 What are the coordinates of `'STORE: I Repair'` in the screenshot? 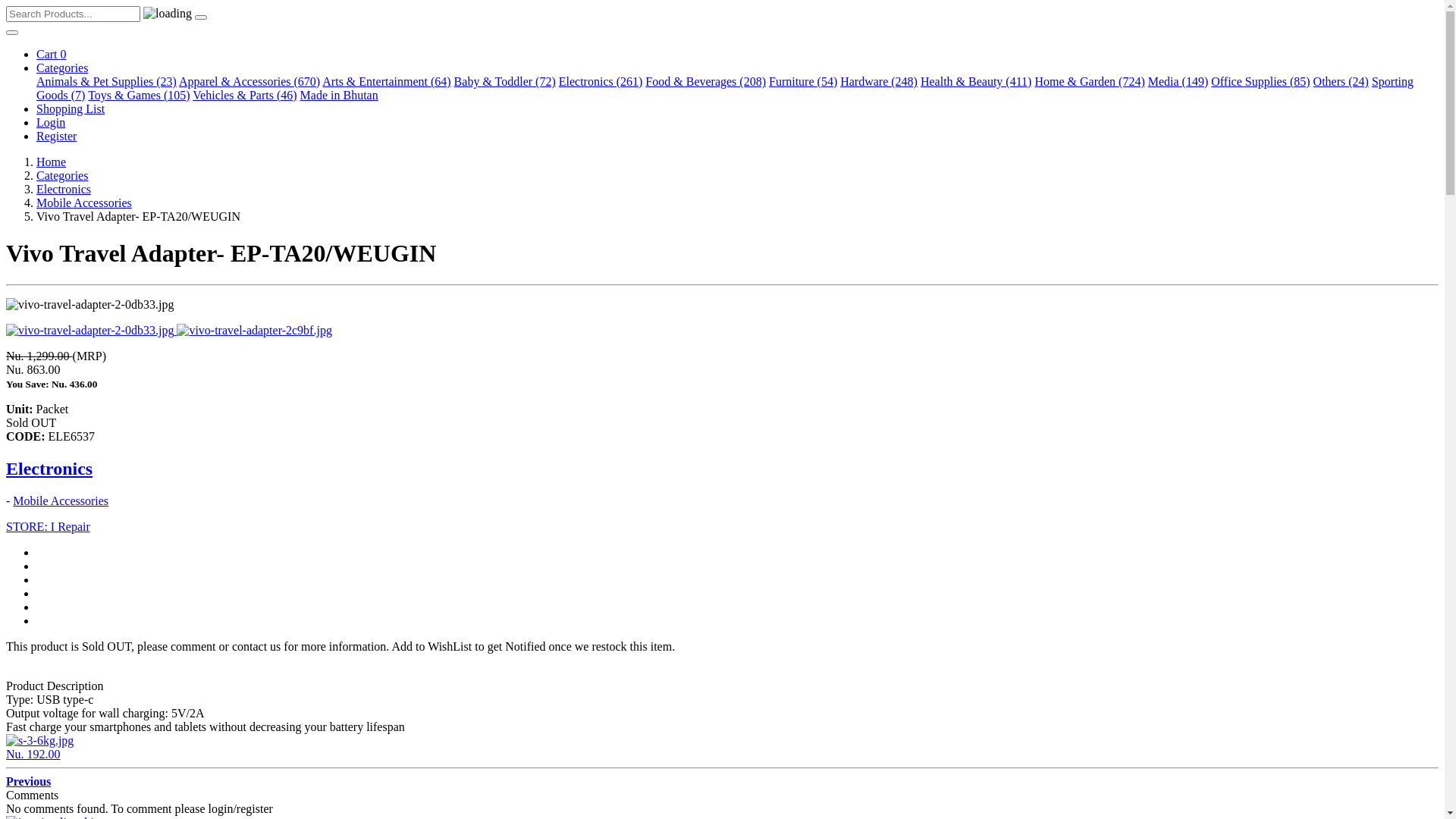 It's located at (48, 526).